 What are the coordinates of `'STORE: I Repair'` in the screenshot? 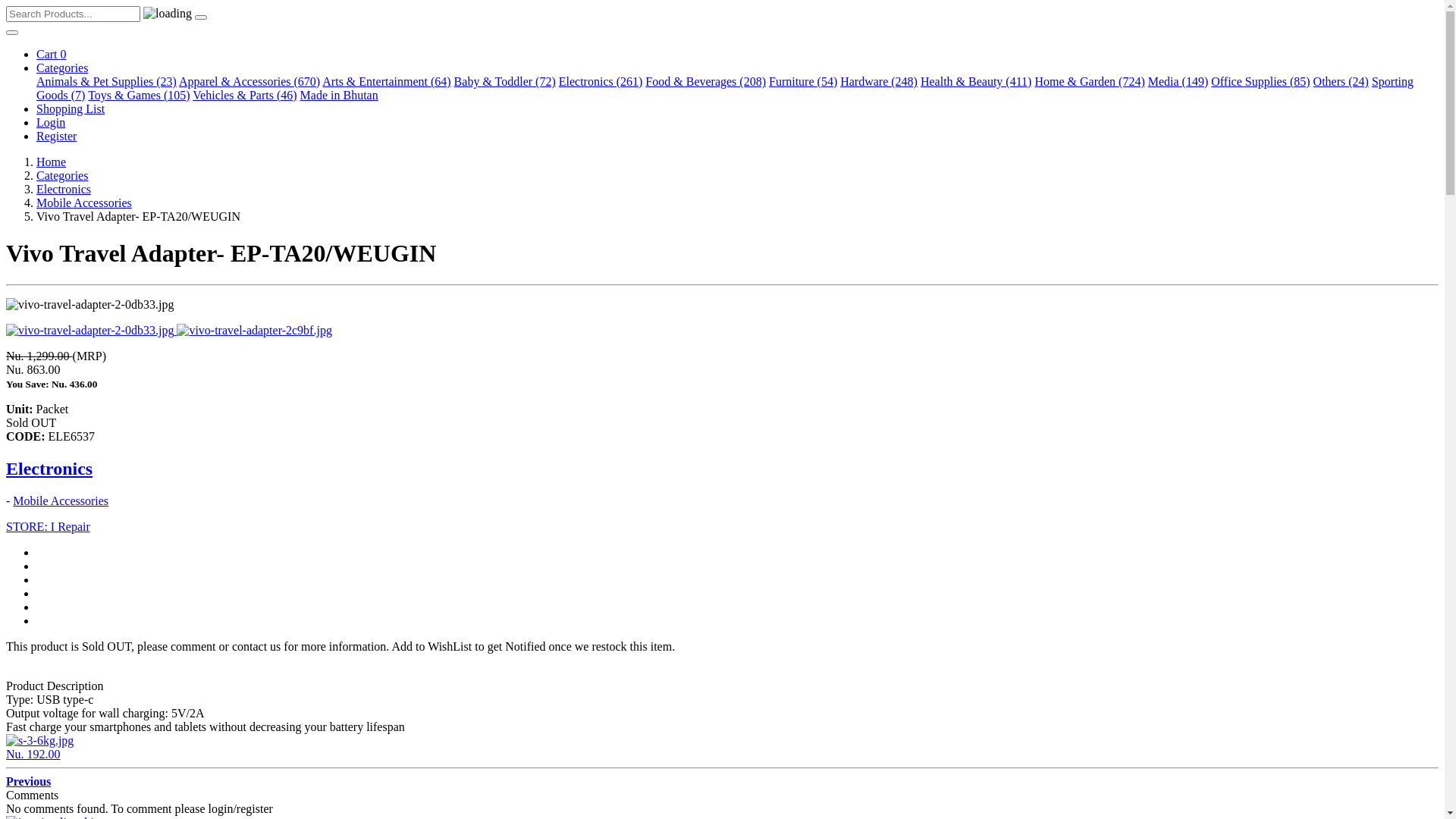 It's located at (48, 526).